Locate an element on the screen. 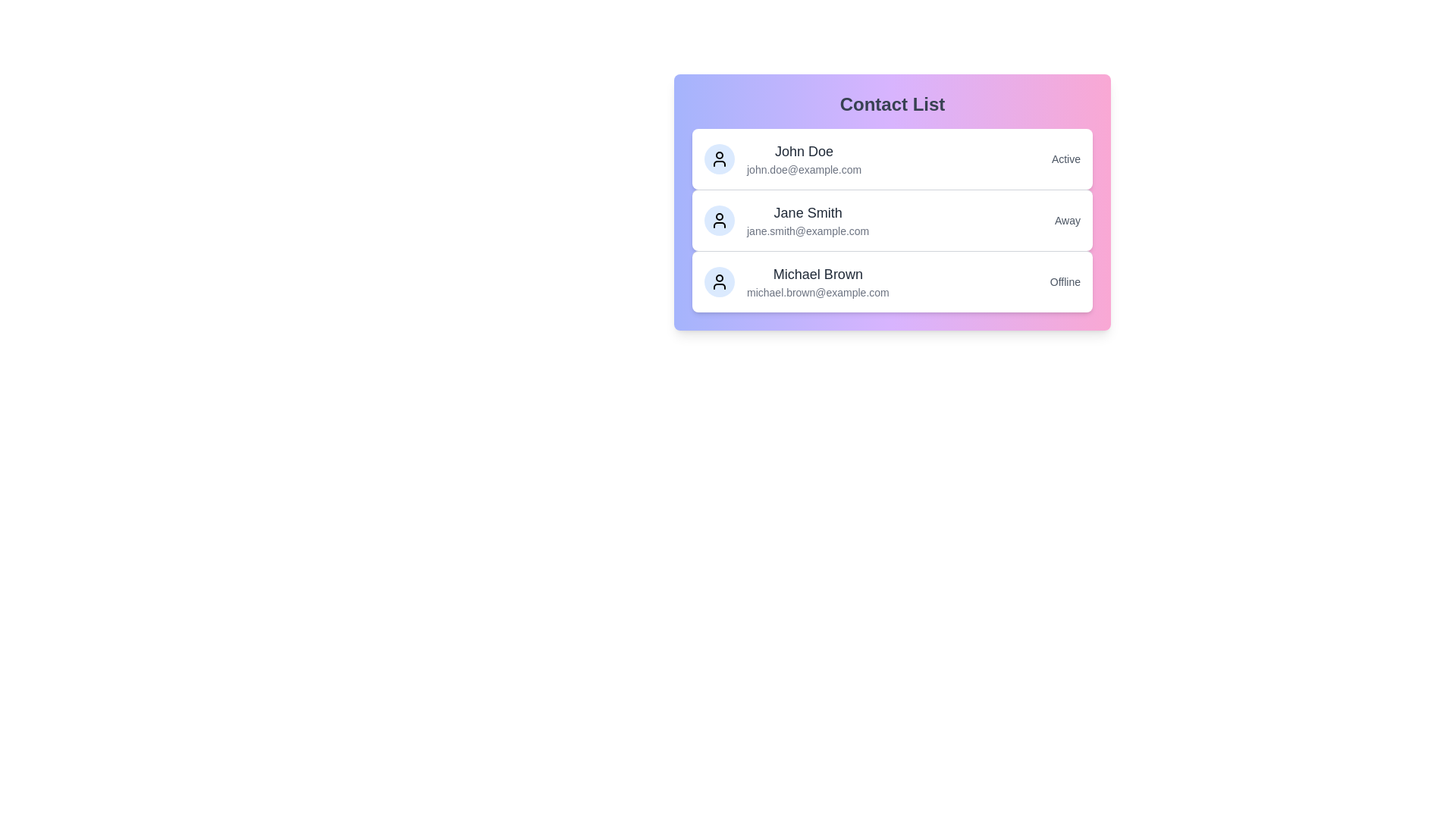 The width and height of the screenshot is (1456, 819). the list item corresponding to Jane Smith is located at coordinates (892, 220).